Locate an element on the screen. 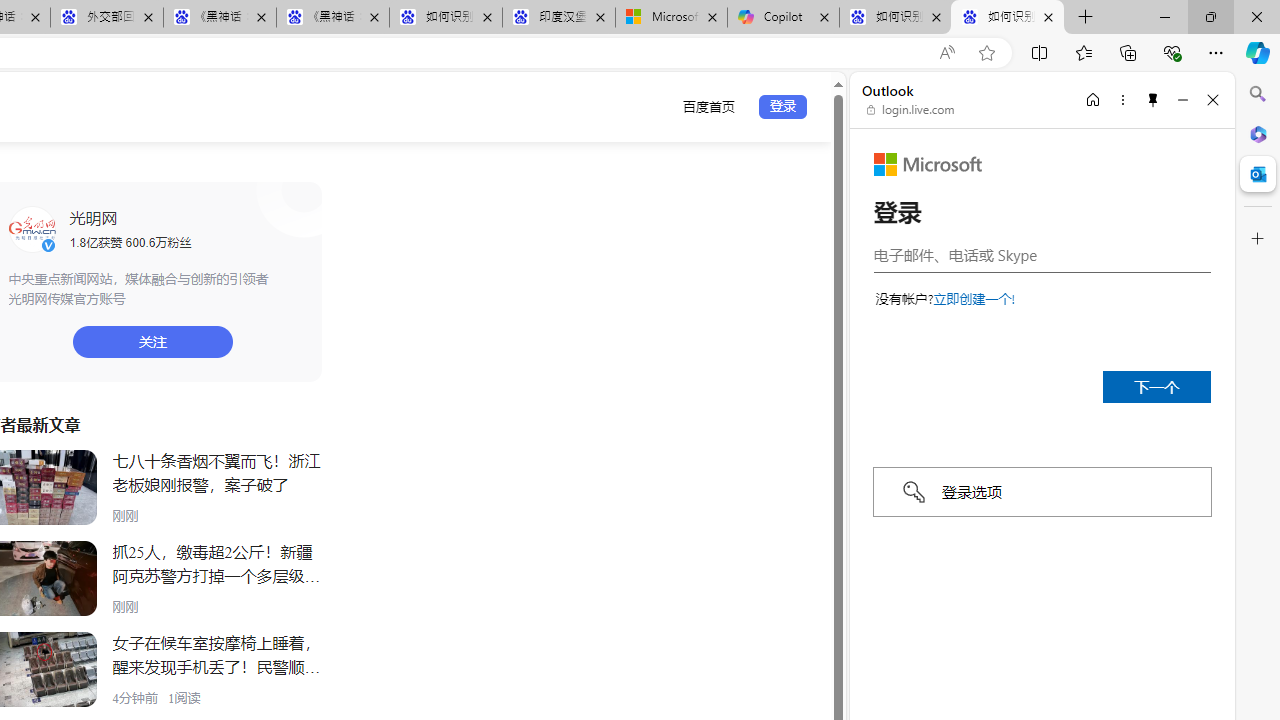  'login.live.com' is located at coordinates (910, 110).